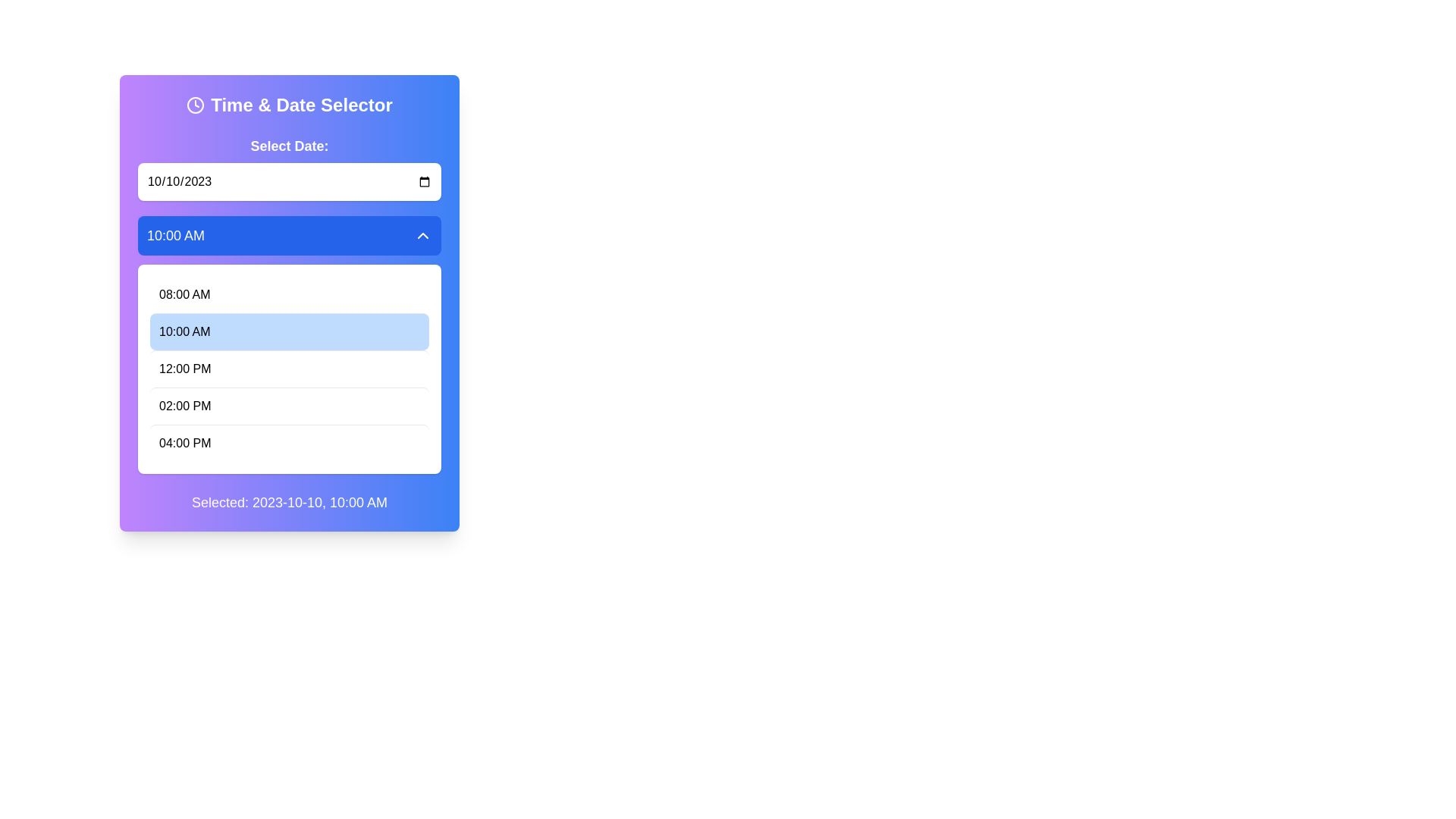 The width and height of the screenshot is (1456, 819). I want to click on the selectable list item displaying '04:00 PM', so click(290, 443).